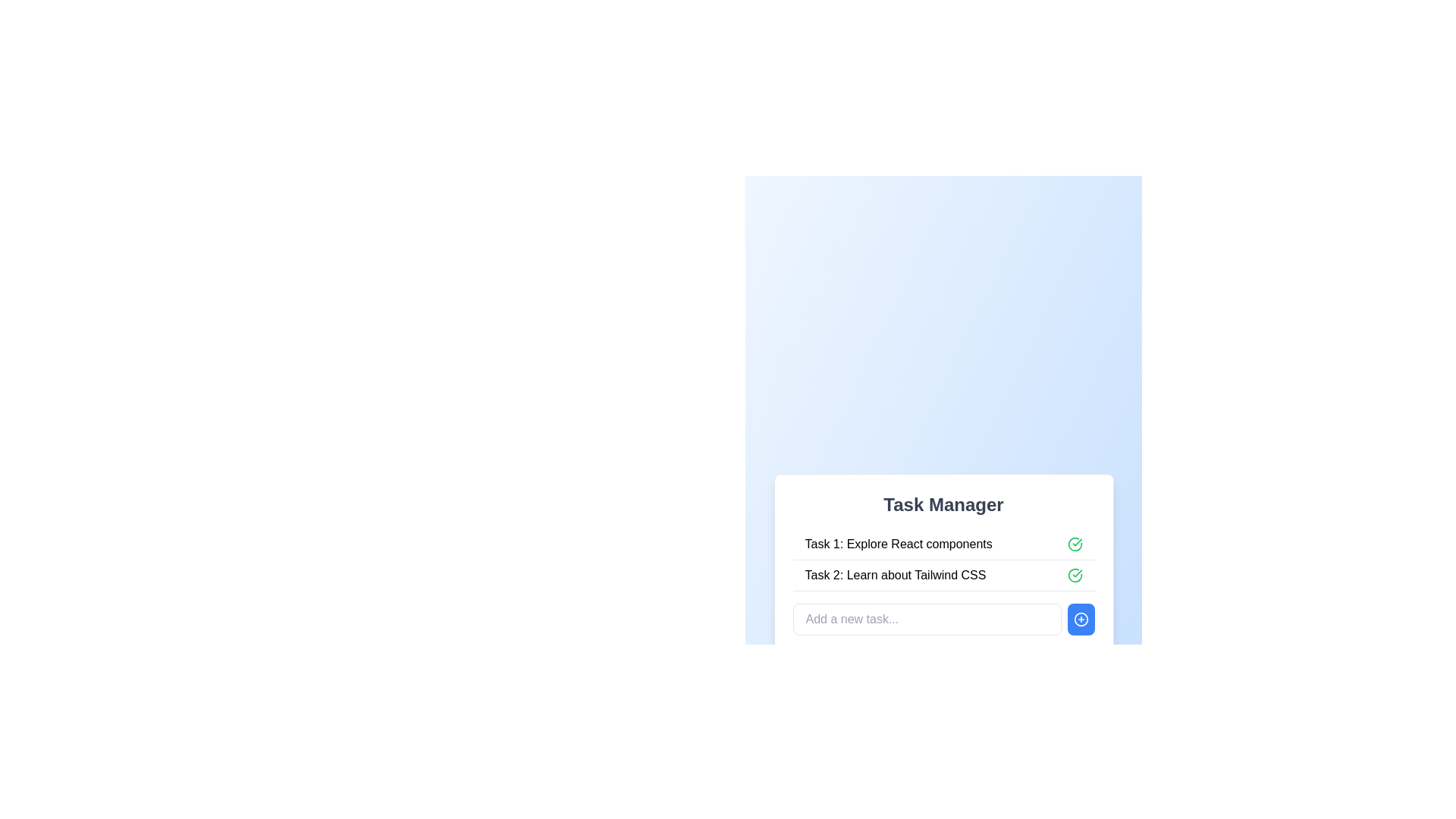 The height and width of the screenshot is (819, 1456). Describe the element at coordinates (1080, 620) in the screenshot. I see `the small, rounded rectangular button with a blue background and white circular plus icon located to the immediate right of the text input field in the 'Task Manager' card interface` at that location.